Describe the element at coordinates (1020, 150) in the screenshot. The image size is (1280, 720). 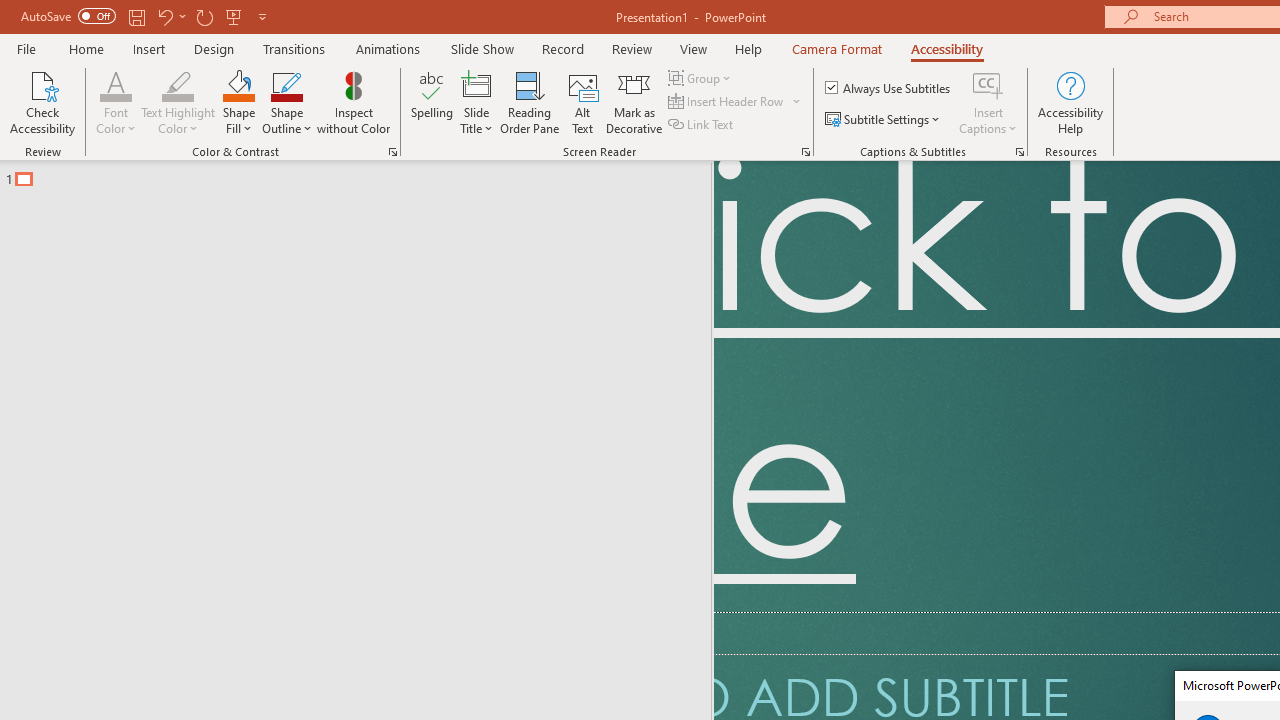
I see `'Captions & Subtitles'` at that location.